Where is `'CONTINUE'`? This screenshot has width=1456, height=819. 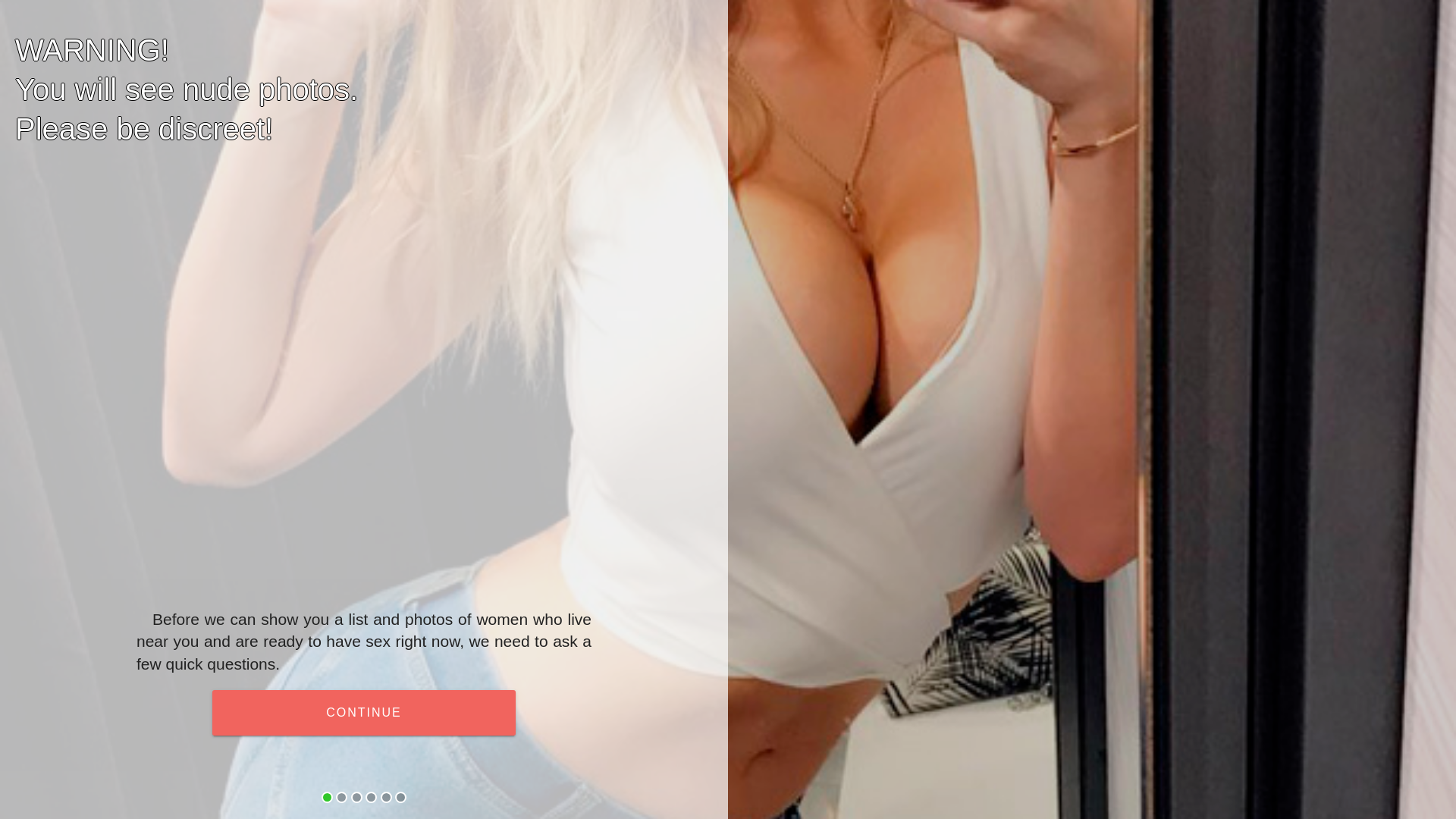 'CONTINUE' is located at coordinates (364, 713).